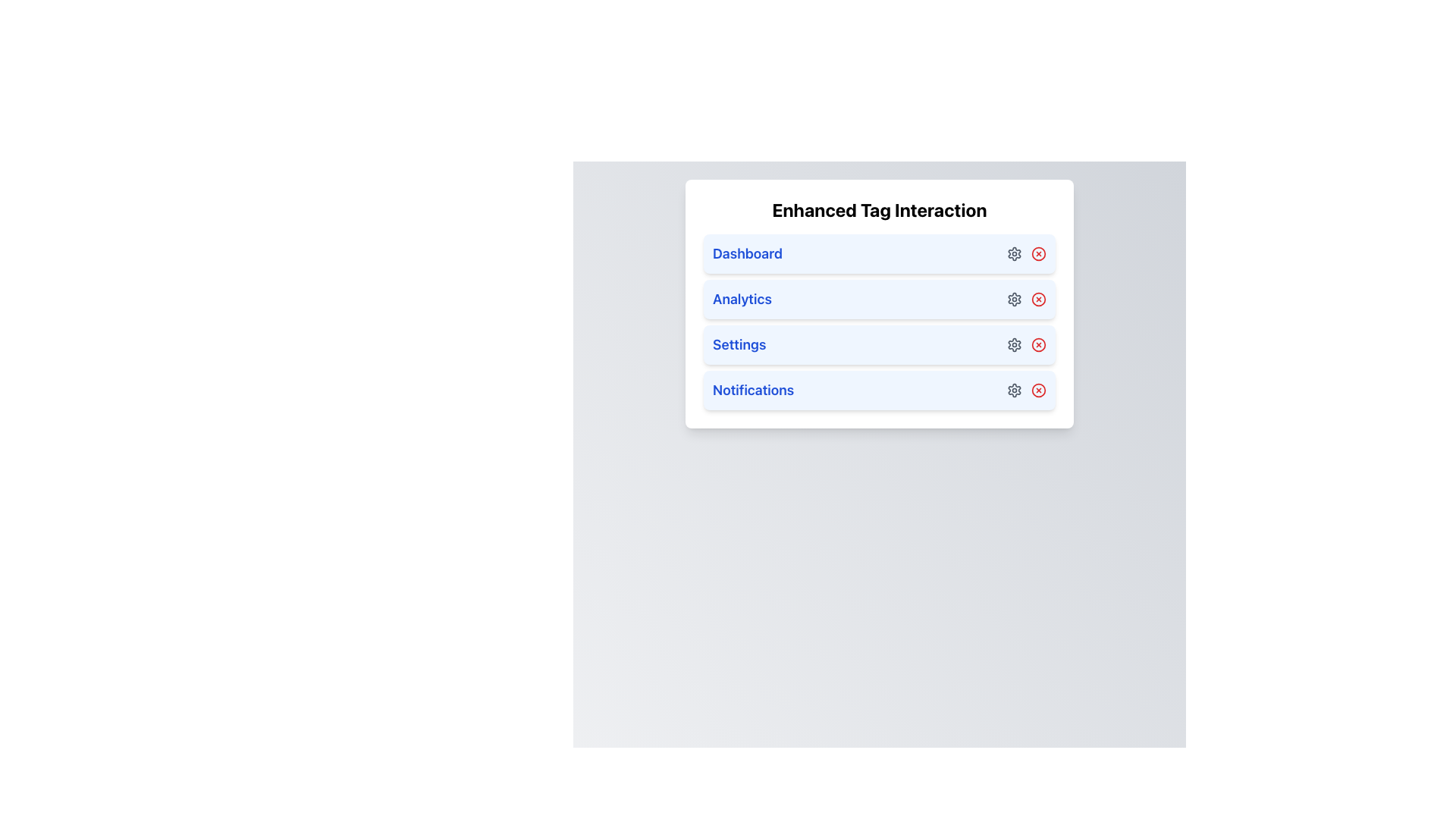 This screenshot has height=819, width=1456. What do you see at coordinates (1037, 299) in the screenshot?
I see `the circular icon representing the 'Analytics' category` at bounding box center [1037, 299].